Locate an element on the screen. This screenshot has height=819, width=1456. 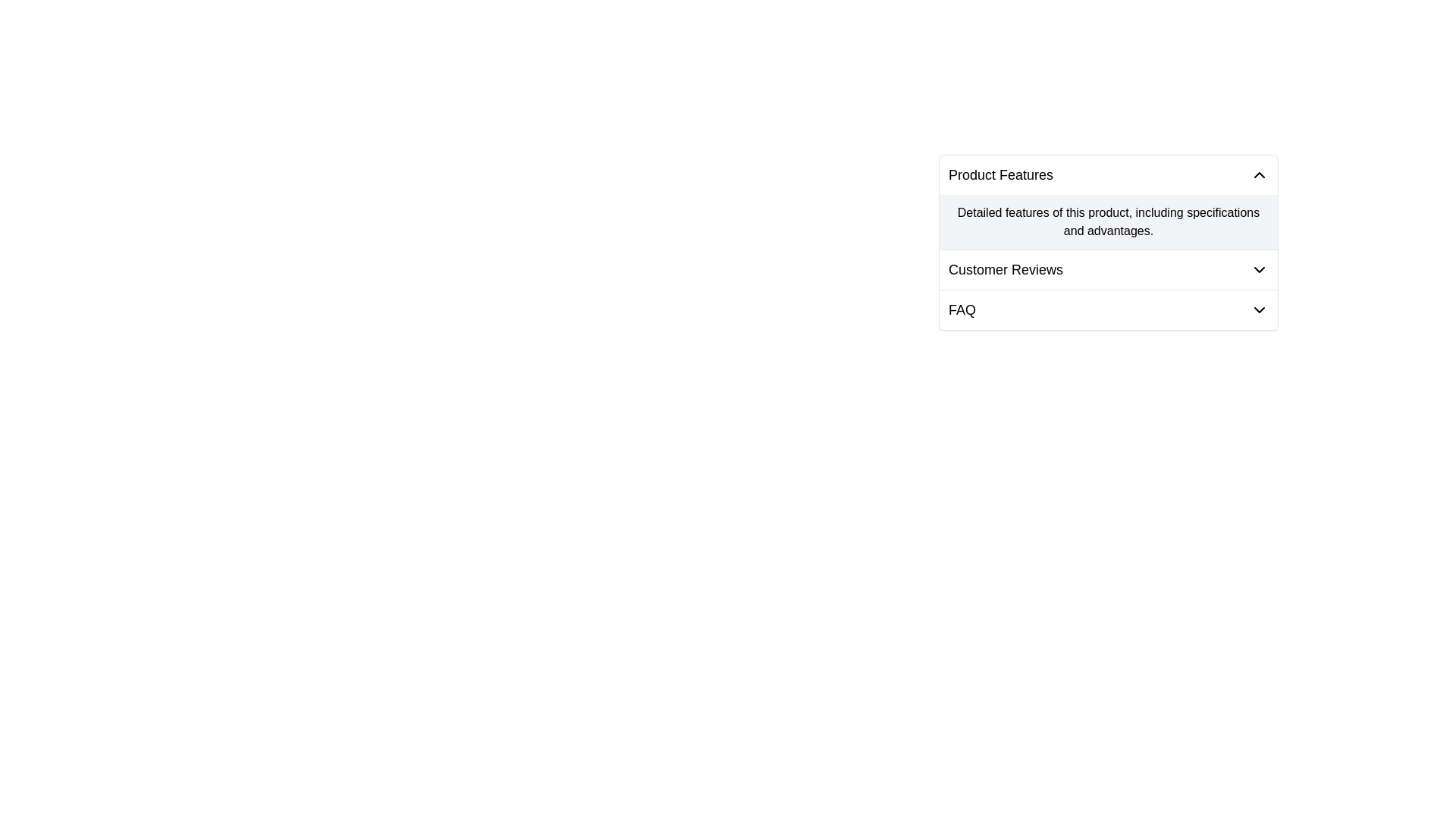
the downward-pointing chevron SVG graphic indicating the 'Customer Reviews' section is located at coordinates (1259, 268).